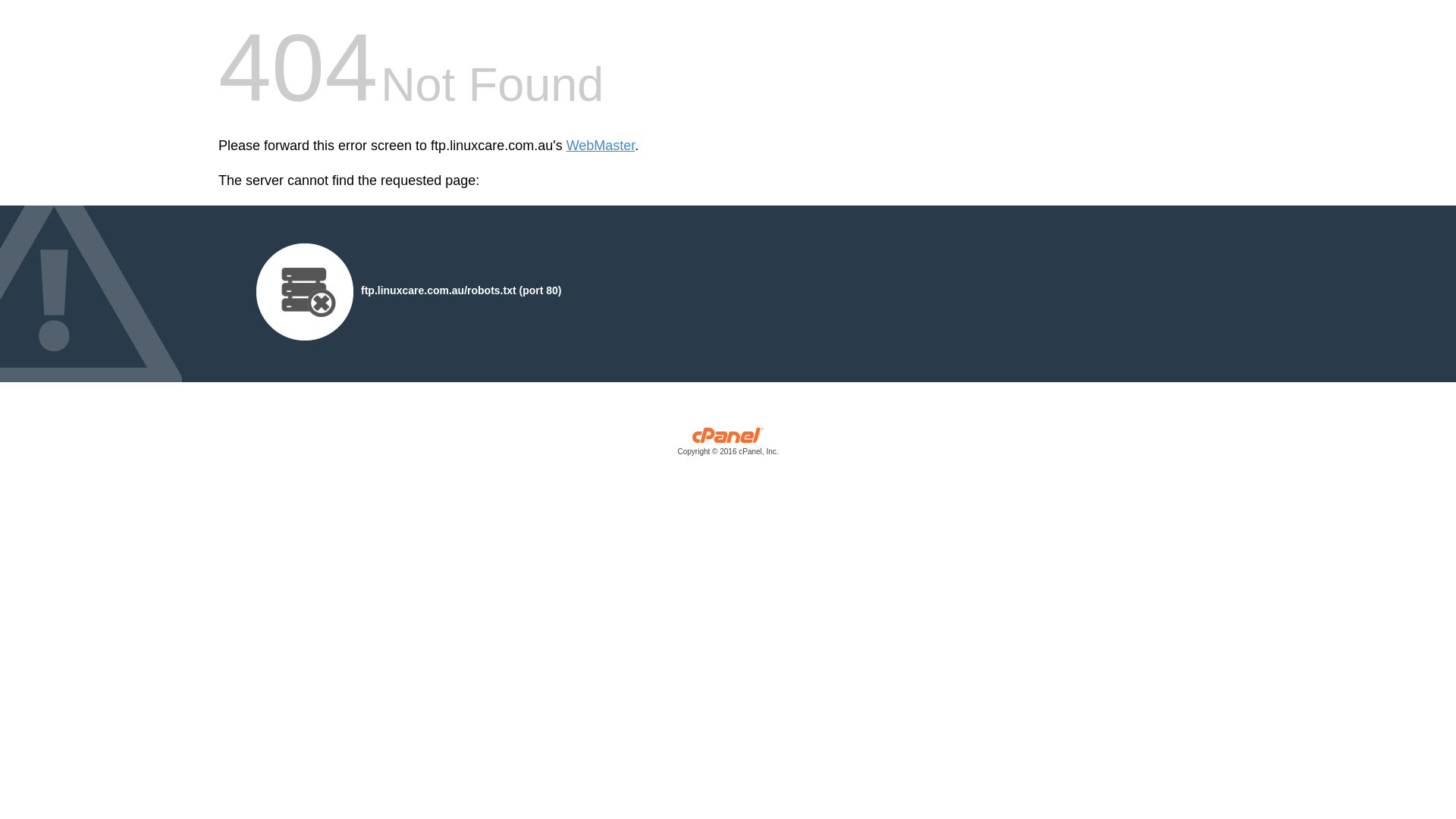 The width and height of the screenshot is (1456, 819). What do you see at coordinates (600, 146) in the screenshot?
I see `'WebMaster'` at bounding box center [600, 146].